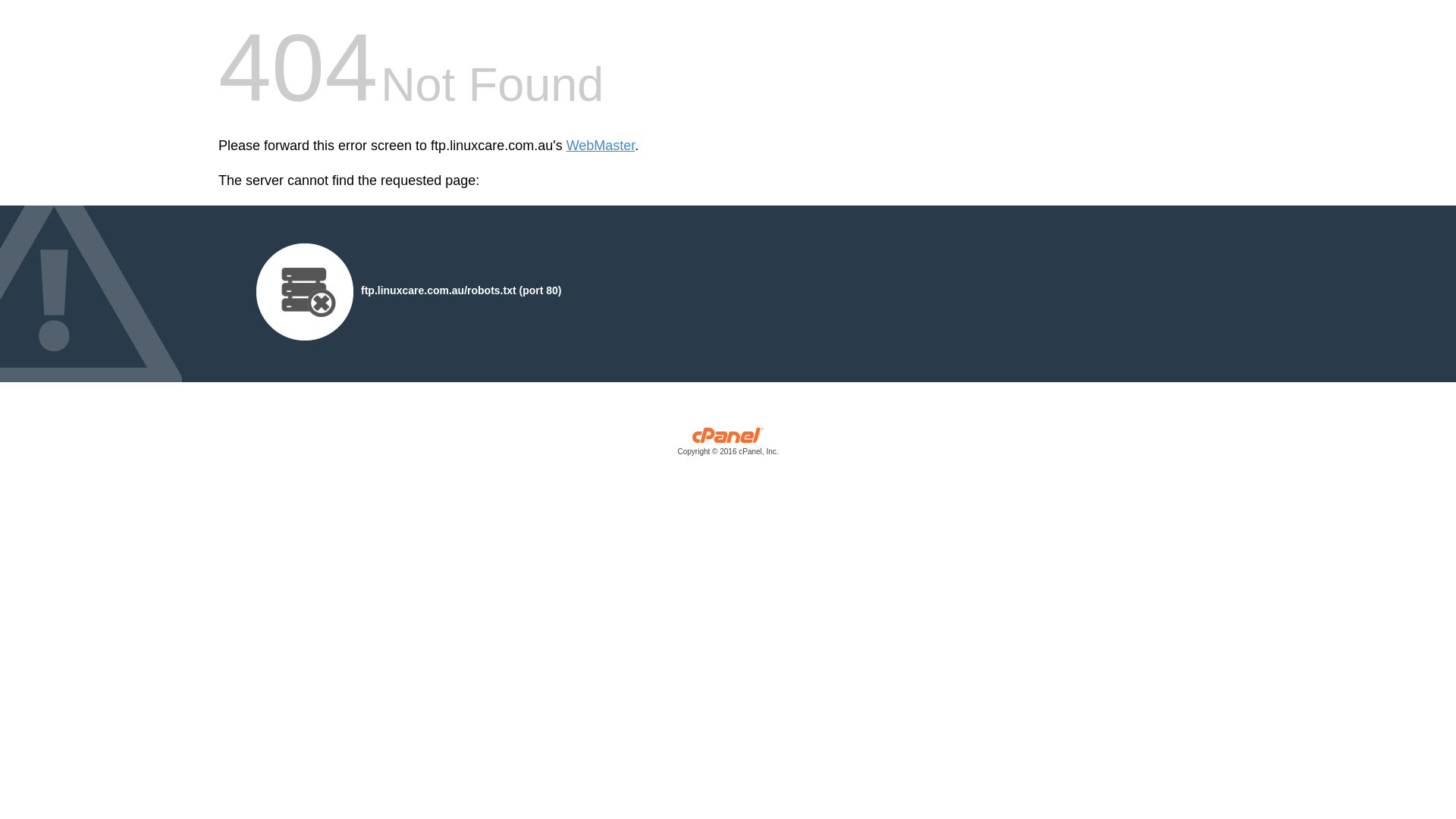 The width and height of the screenshot is (1456, 819). What do you see at coordinates (600, 146) in the screenshot?
I see `'WebMaster'` at bounding box center [600, 146].